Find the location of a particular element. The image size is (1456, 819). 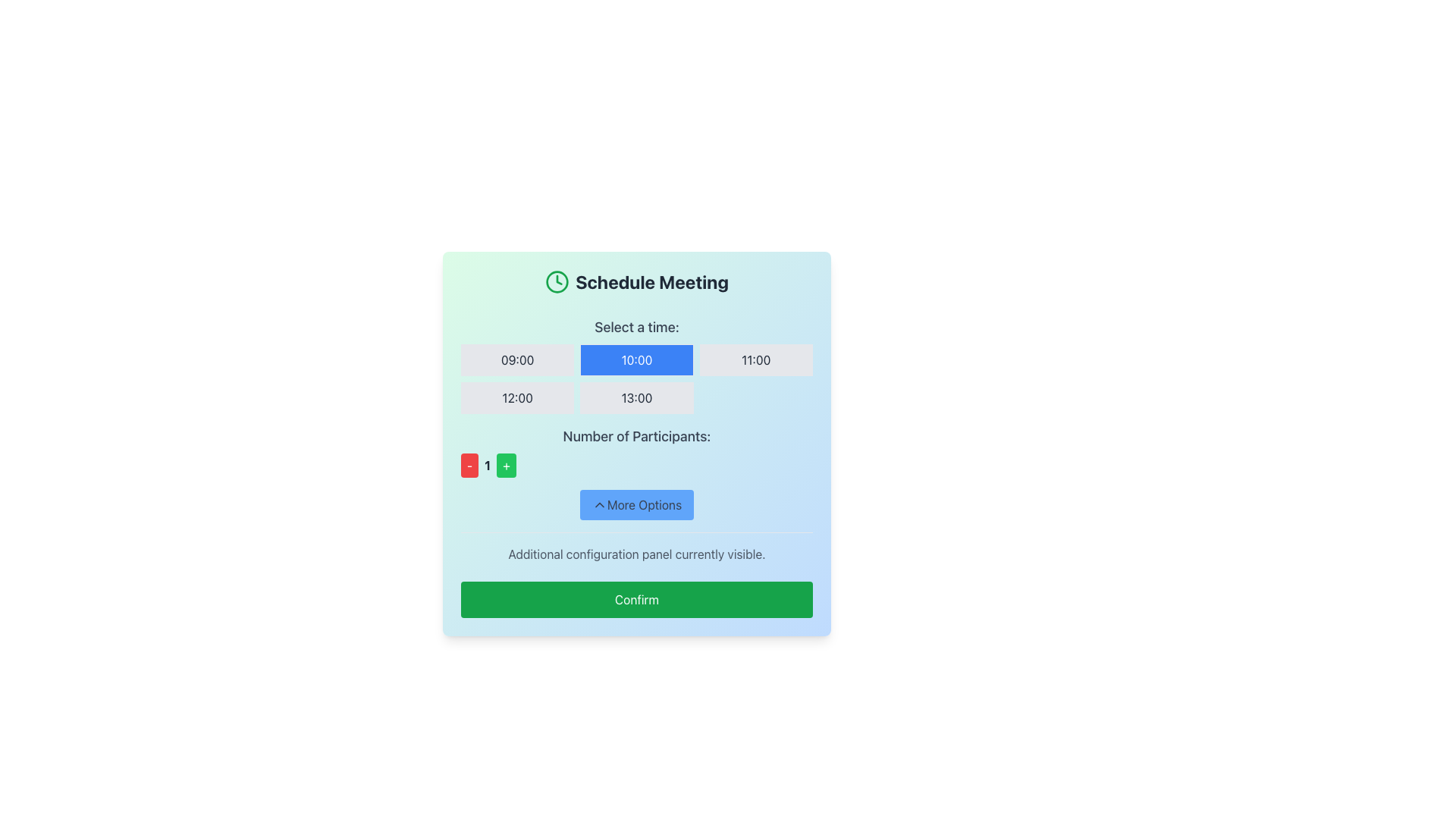

the '10:00' button located in the top row of the grid under the header 'Select a time:' is located at coordinates (637, 378).